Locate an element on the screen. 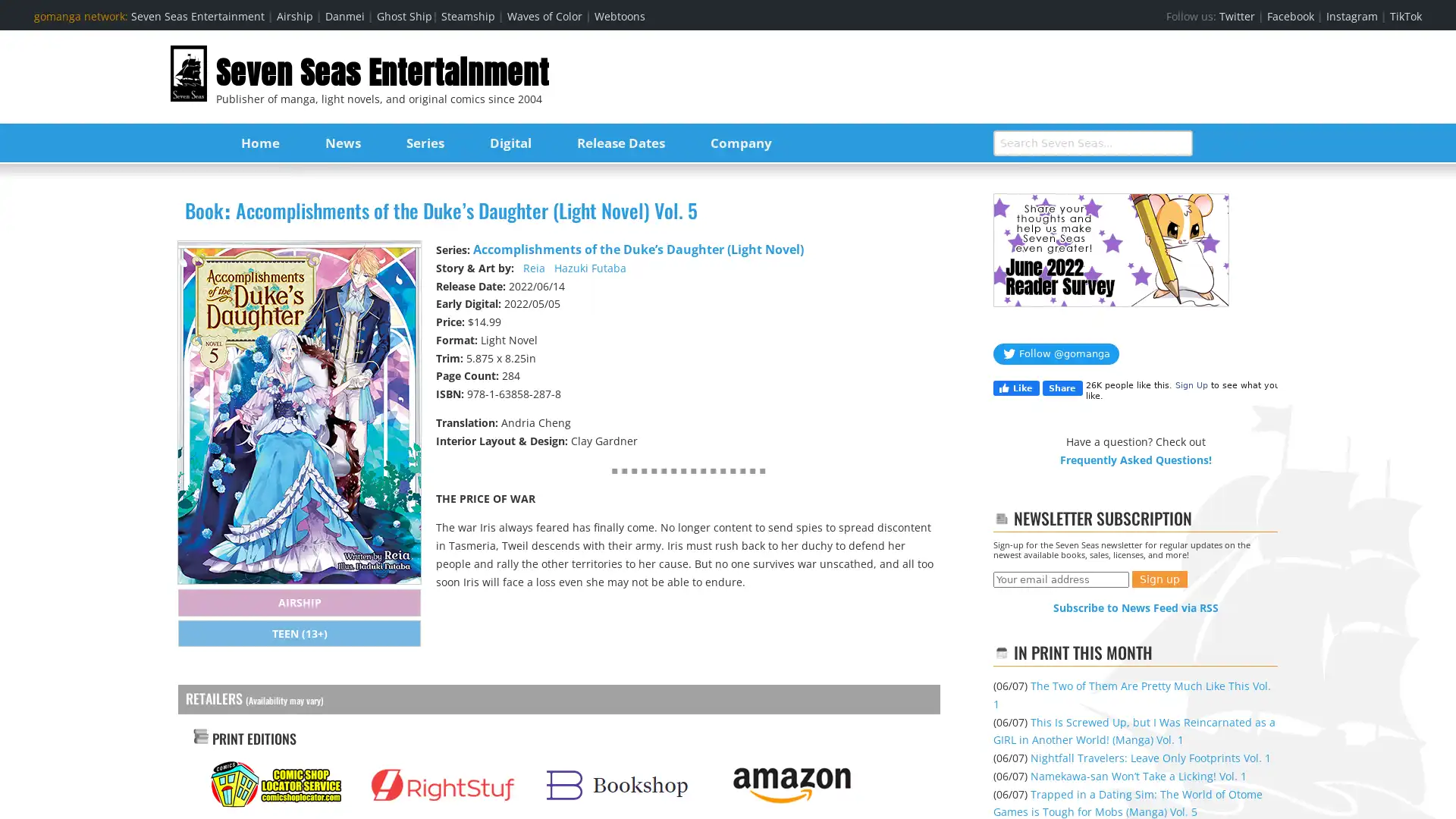 This screenshot has height=819, width=1456. Sign up is located at coordinates (1159, 579).